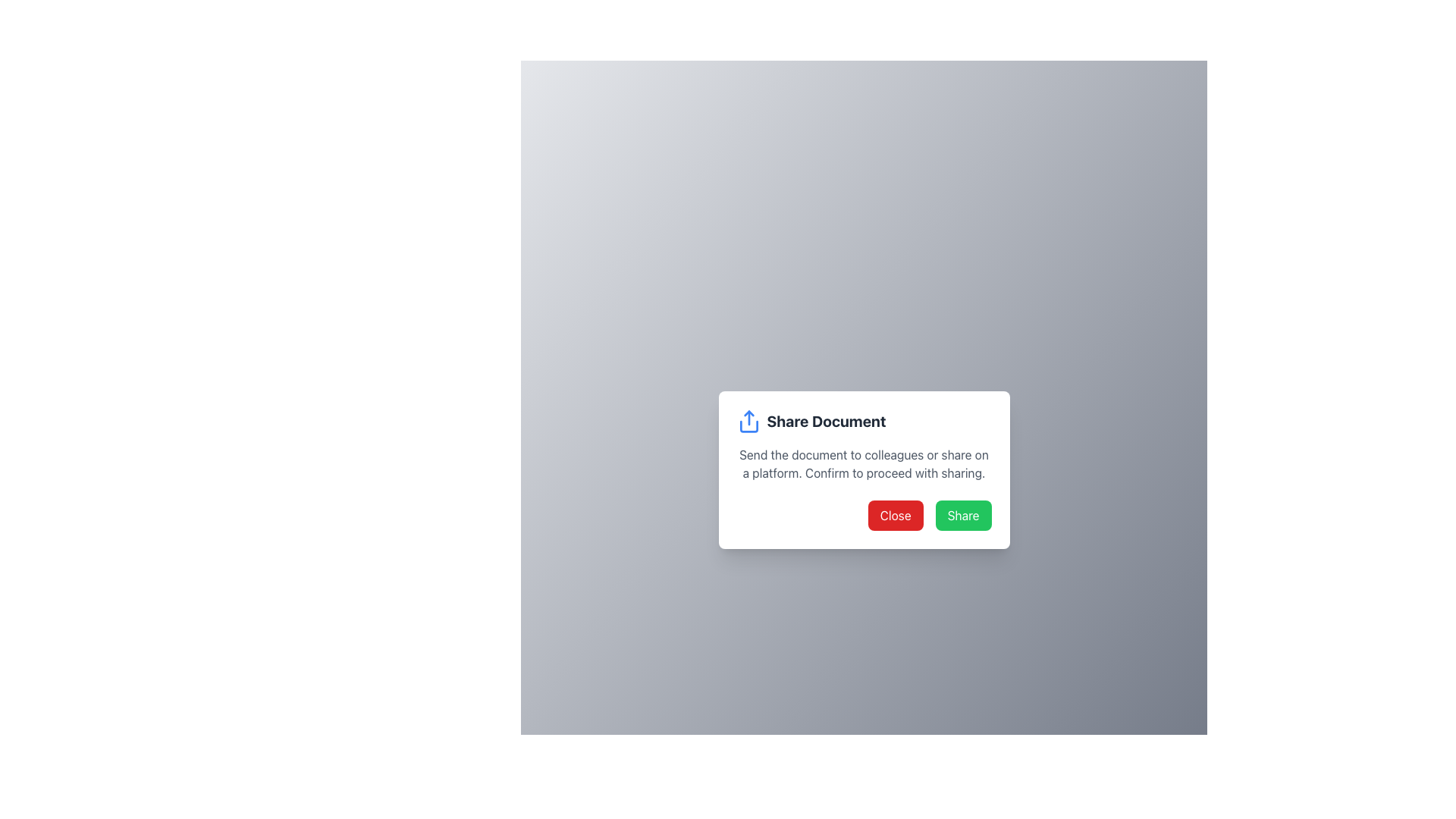 This screenshot has height=819, width=1456. What do you see at coordinates (962, 514) in the screenshot?
I see `the green 'Share' button located at the bottom right of the modal dialog box` at bounding box center [962, 514].